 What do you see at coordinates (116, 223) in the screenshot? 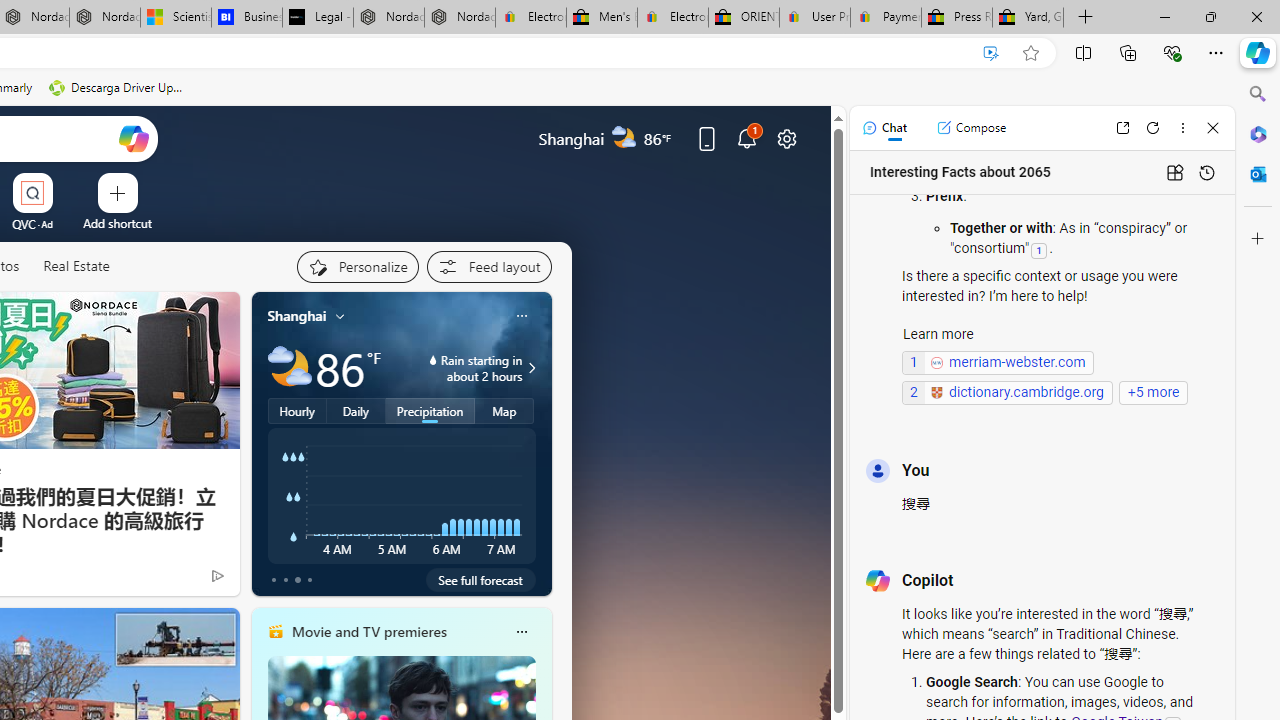
I see `'Add a site'` at bounding box center [116, 223].